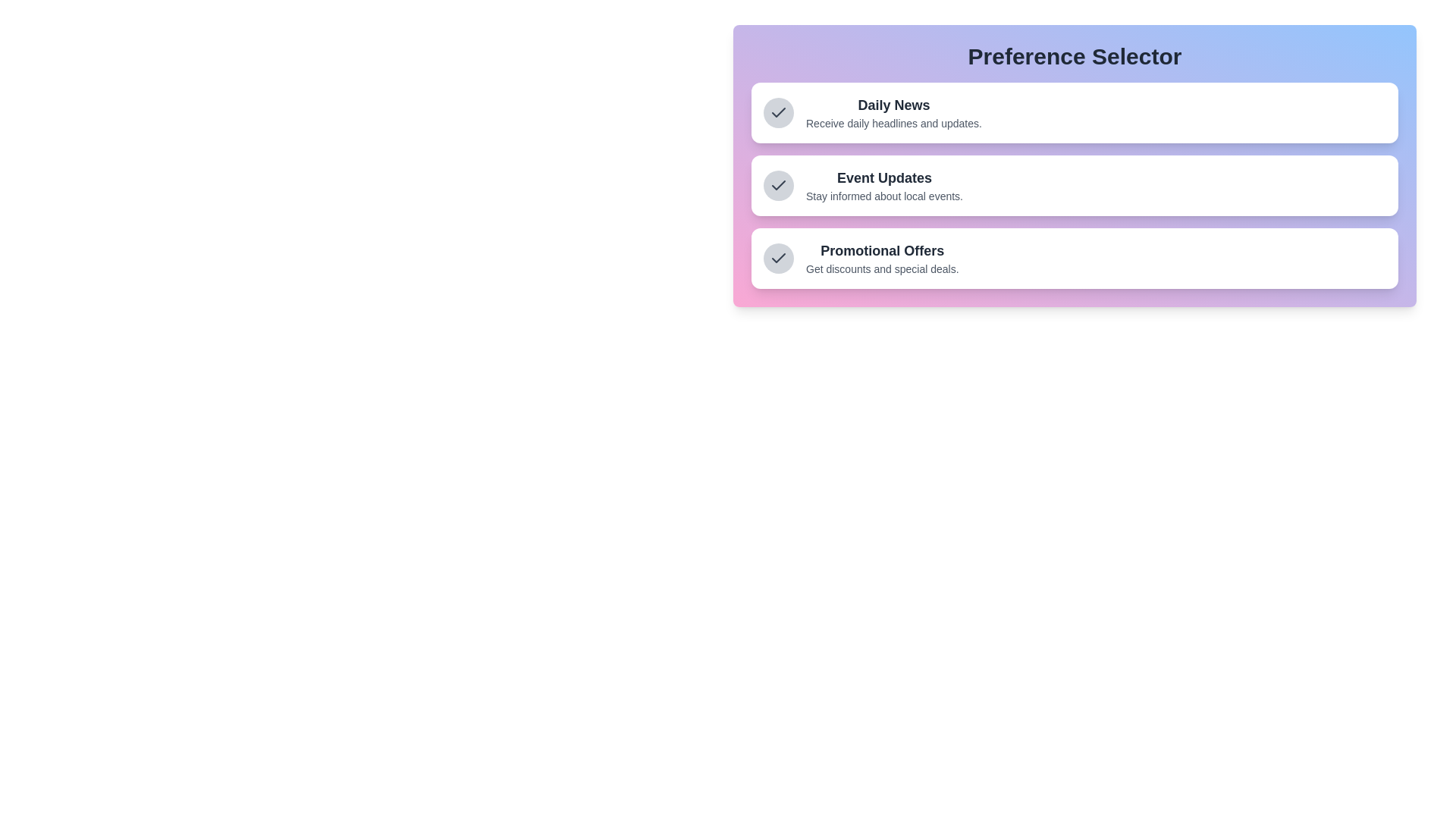 Image resolution: width=1456 pixels, height=819 pixels. What do you see at coordinates (779, 185) in the screenshot?
I see `the preference labeled 'Event Updates' by clicking its check button` at bounding box center [779, 185].